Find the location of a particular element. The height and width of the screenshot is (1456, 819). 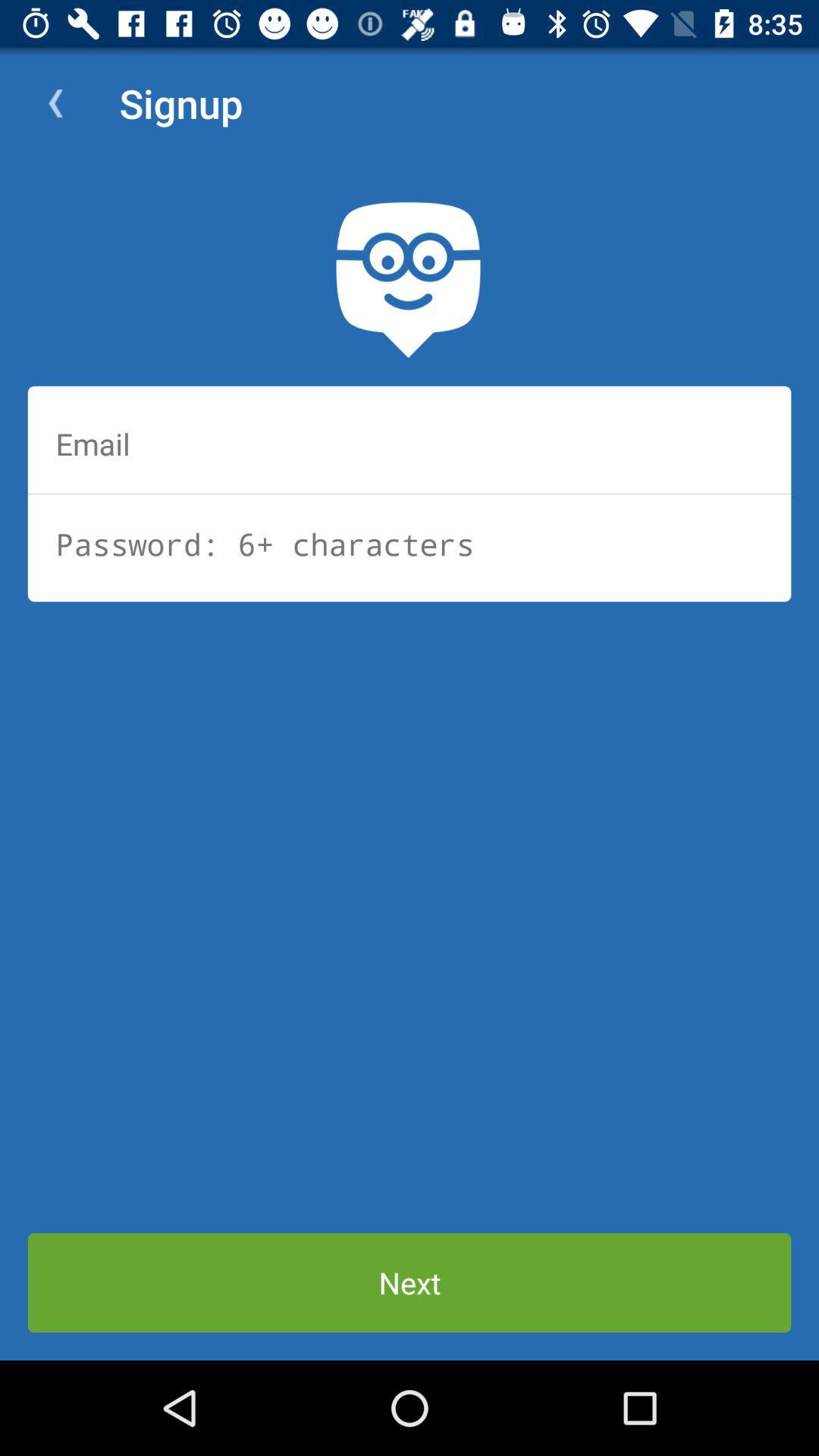

emails available is located at coordinates (409, 443).